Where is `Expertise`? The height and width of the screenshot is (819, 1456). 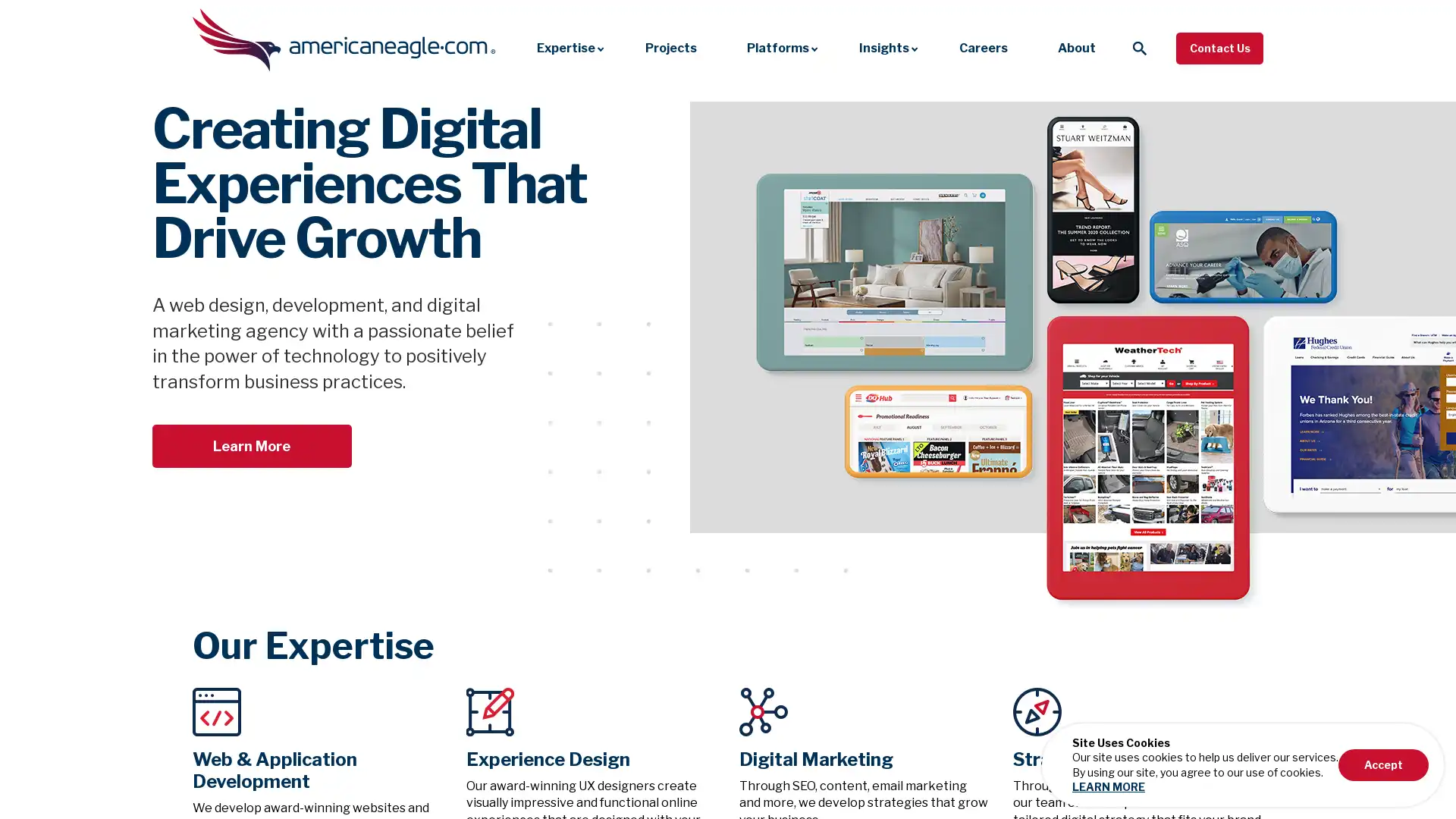
Expertise is located at coordinates (565, 47).